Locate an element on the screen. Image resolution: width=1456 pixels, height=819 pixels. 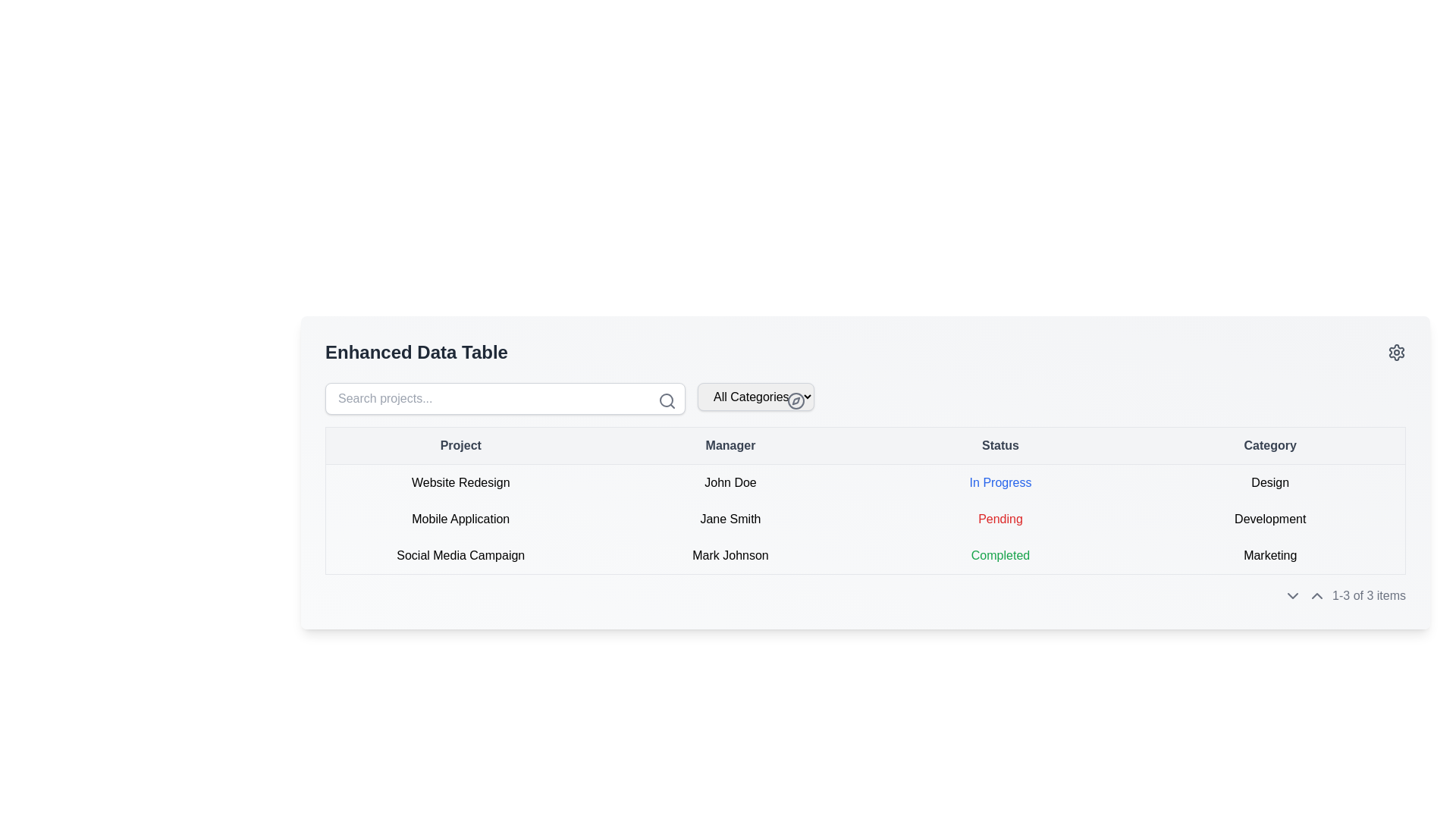
the label displaying the name 'Jane Smith' which is located in the 'Manager' column of the 'Mobile Application' row in the structured table is located at coordinates (730, 519).